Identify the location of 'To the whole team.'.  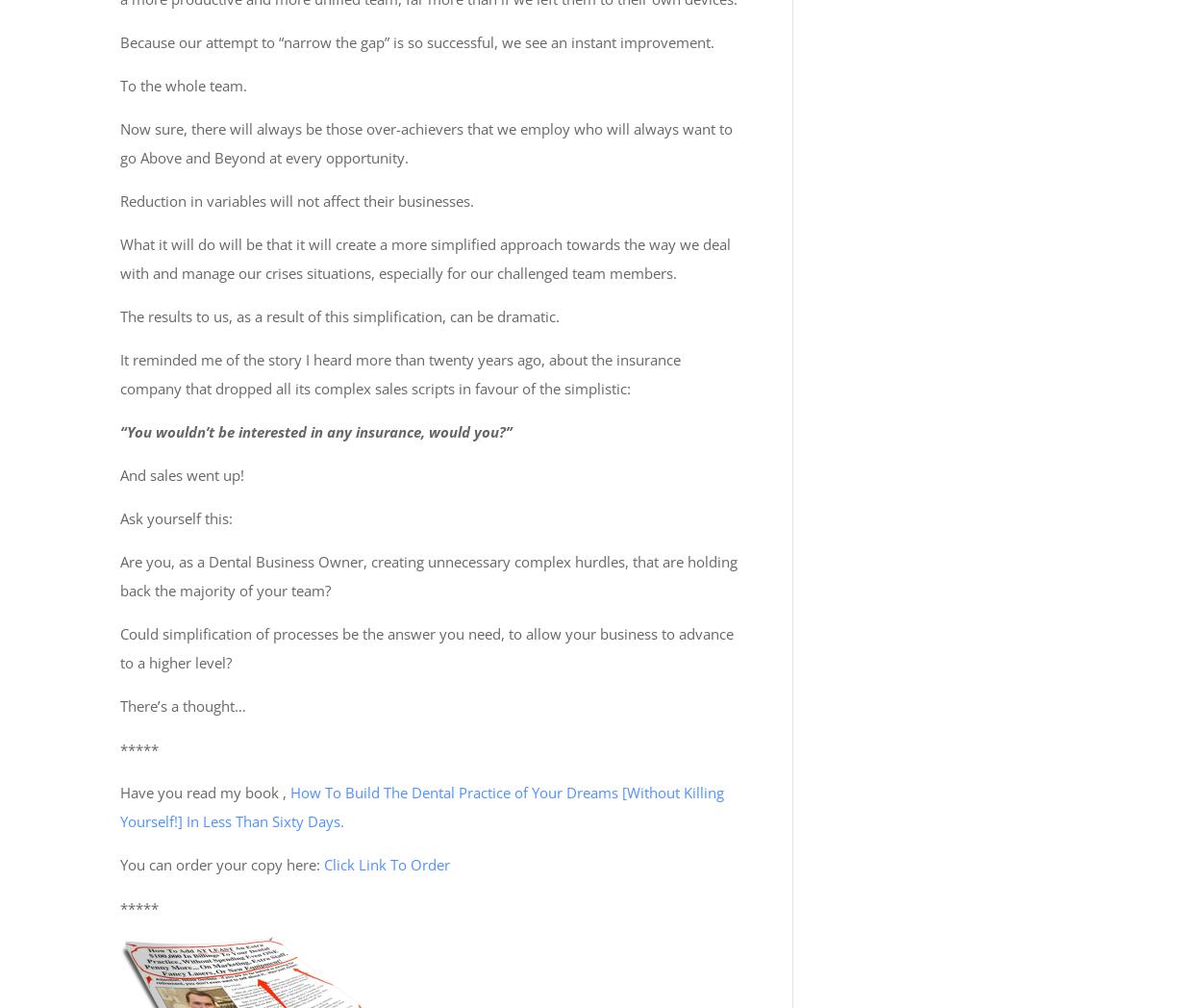
(120, 84).